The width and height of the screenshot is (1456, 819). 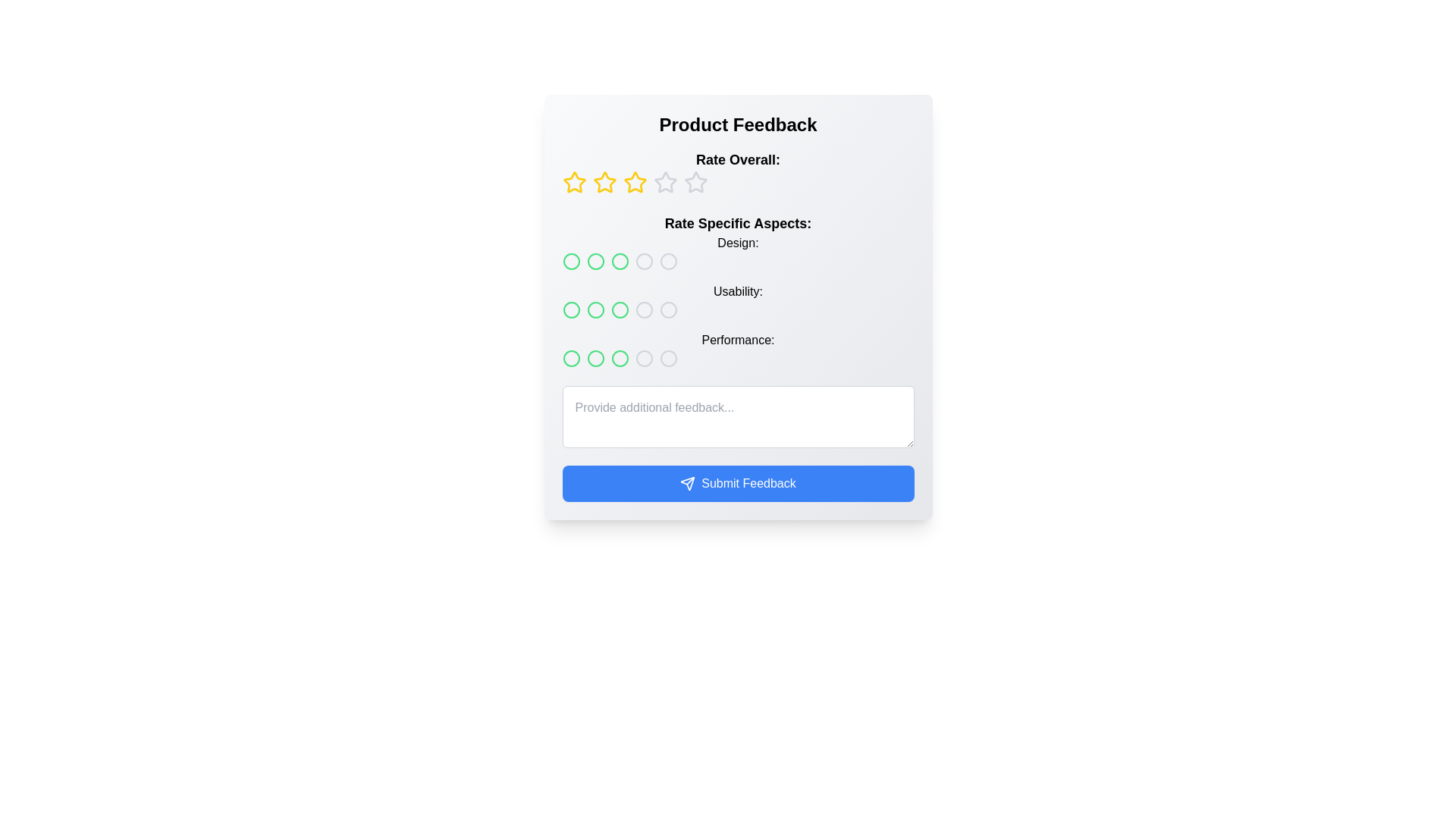 I want to click on the third circle button in the Performance section of the 'Rate Specific Aspects' group, so click(x=595, y=359).